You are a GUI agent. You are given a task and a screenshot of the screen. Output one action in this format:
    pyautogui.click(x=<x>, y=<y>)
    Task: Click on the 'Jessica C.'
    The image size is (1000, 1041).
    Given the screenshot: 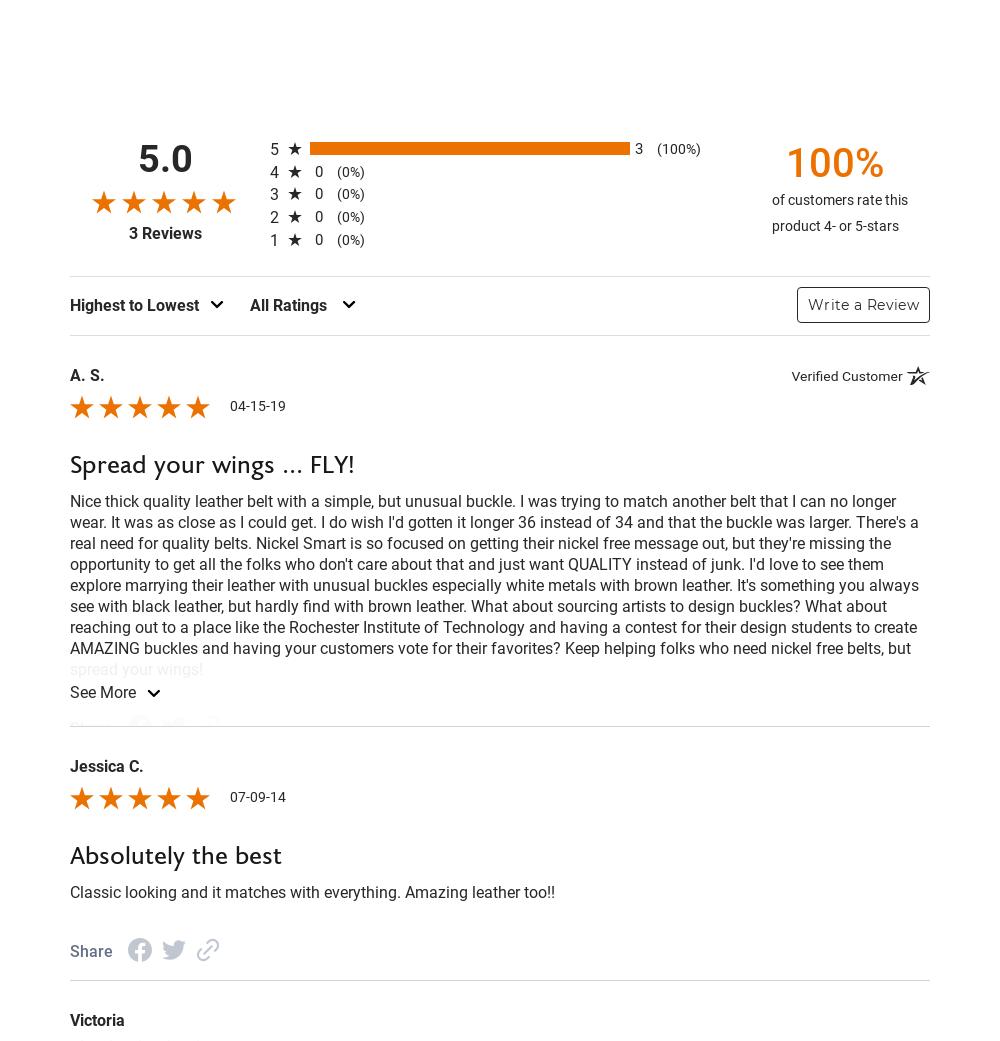 What is the action you would take?
    pyautogui.click(x=69, y=765)
    